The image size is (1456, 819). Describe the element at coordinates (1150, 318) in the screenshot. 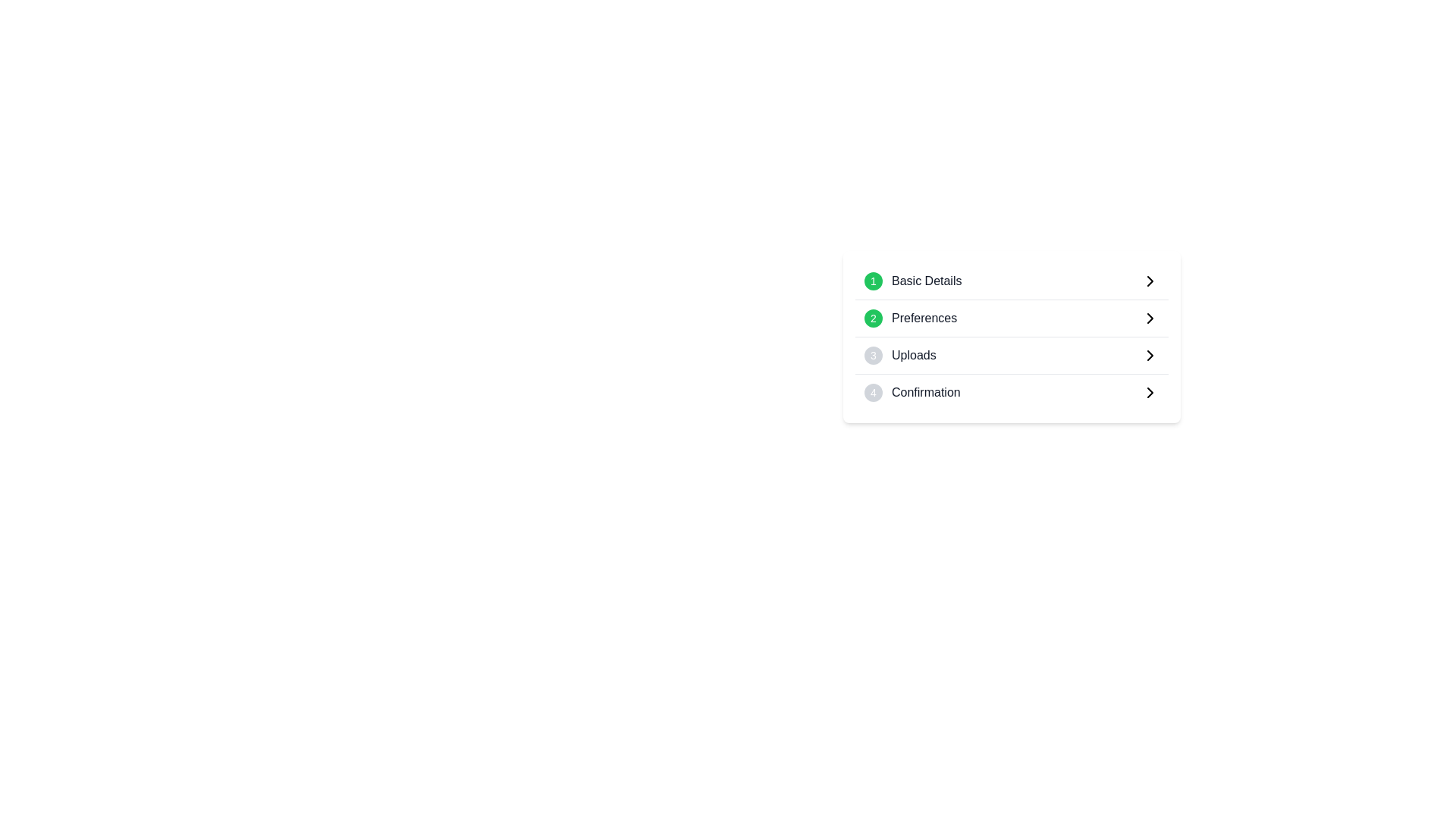

I see `the black rightward-pointing chevron icon located to the right of the '2 Preferences' row` at that location.